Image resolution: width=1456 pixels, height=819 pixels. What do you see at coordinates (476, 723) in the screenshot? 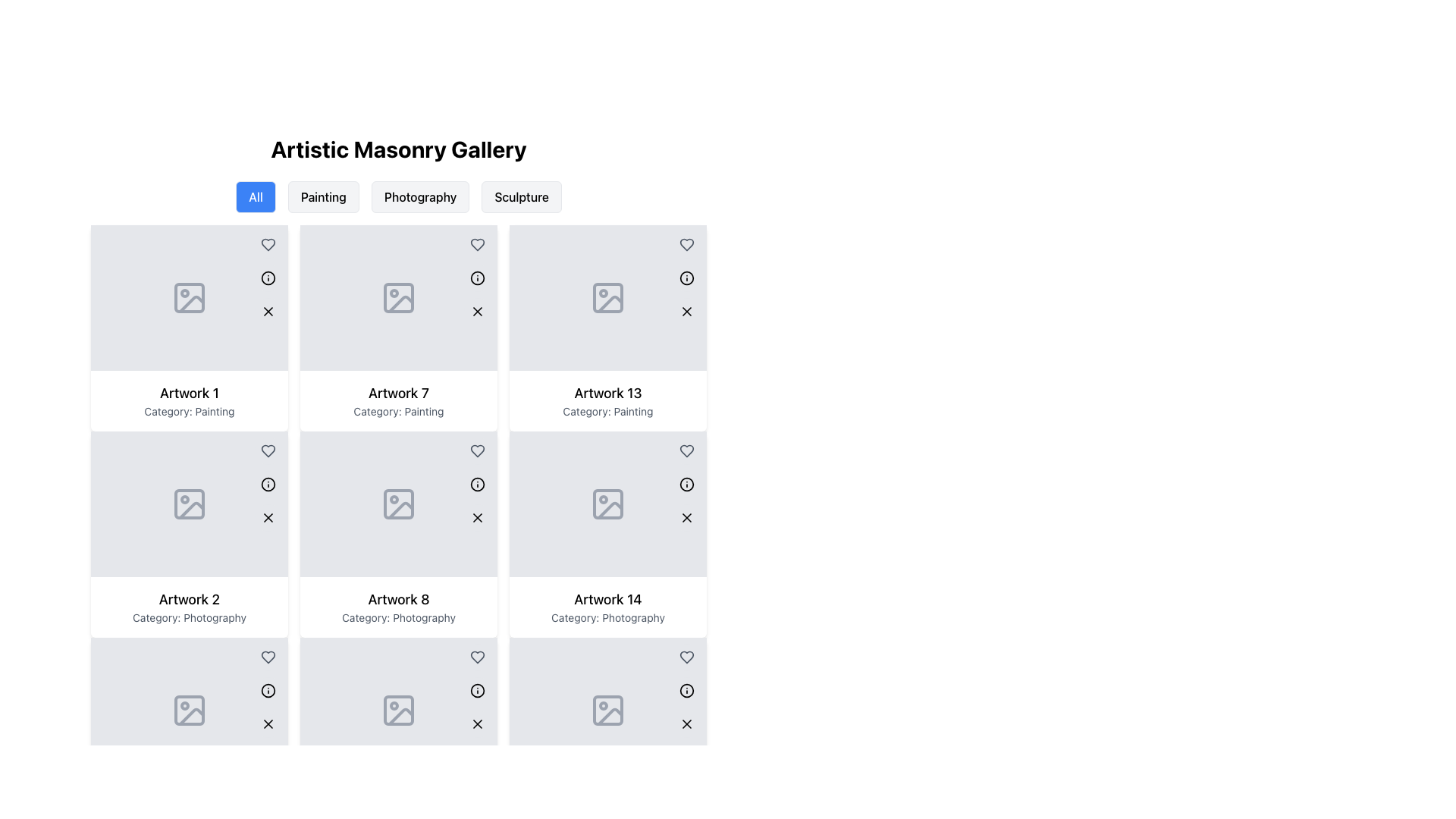
I see `the close button with an icon located at the bottom-right corner of the card labeled 'Artwork 8: Category: Photography'` at bounding box center [476, 723].